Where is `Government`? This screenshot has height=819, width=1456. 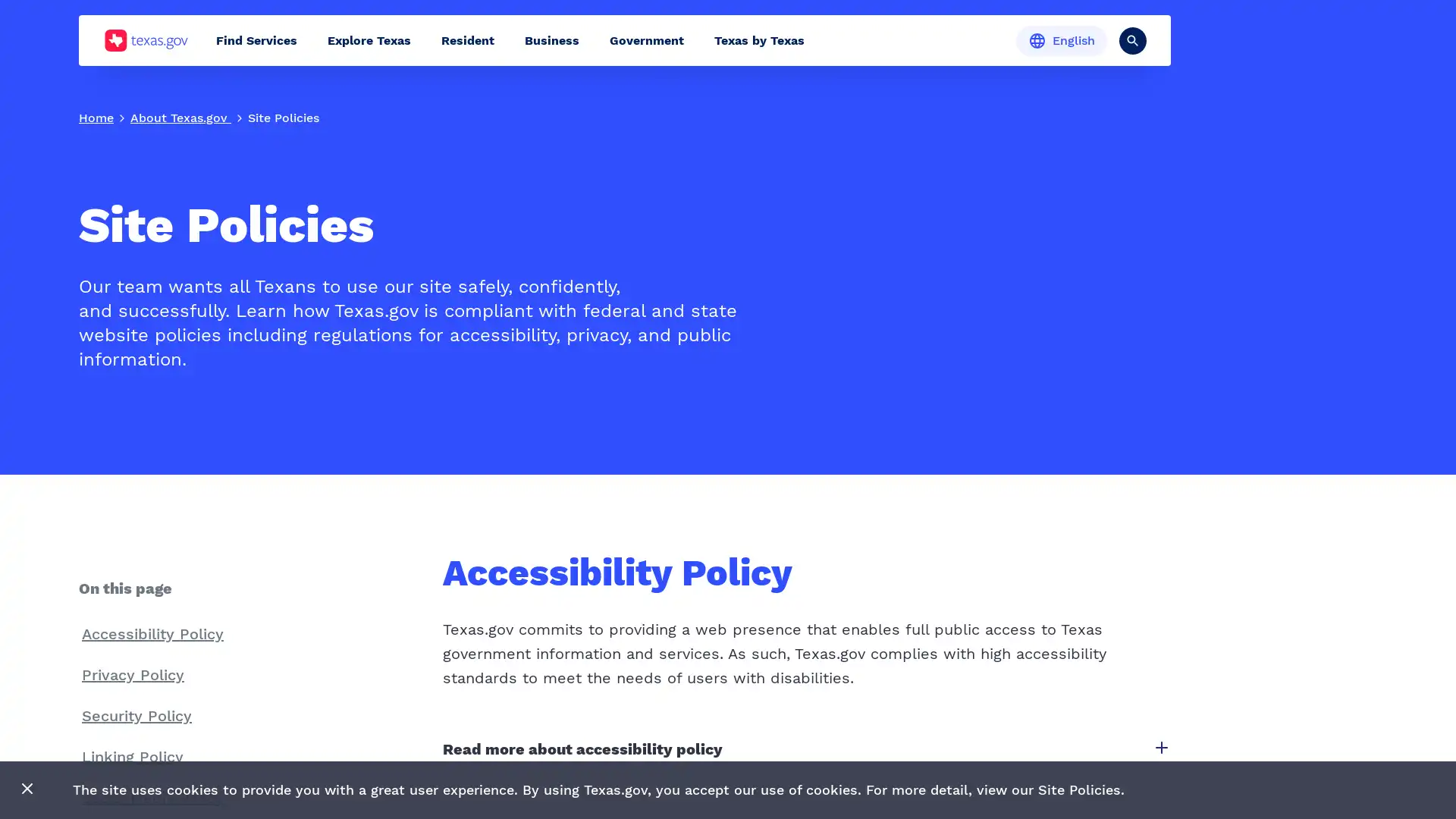 Government is located at coordinates (647, 39).